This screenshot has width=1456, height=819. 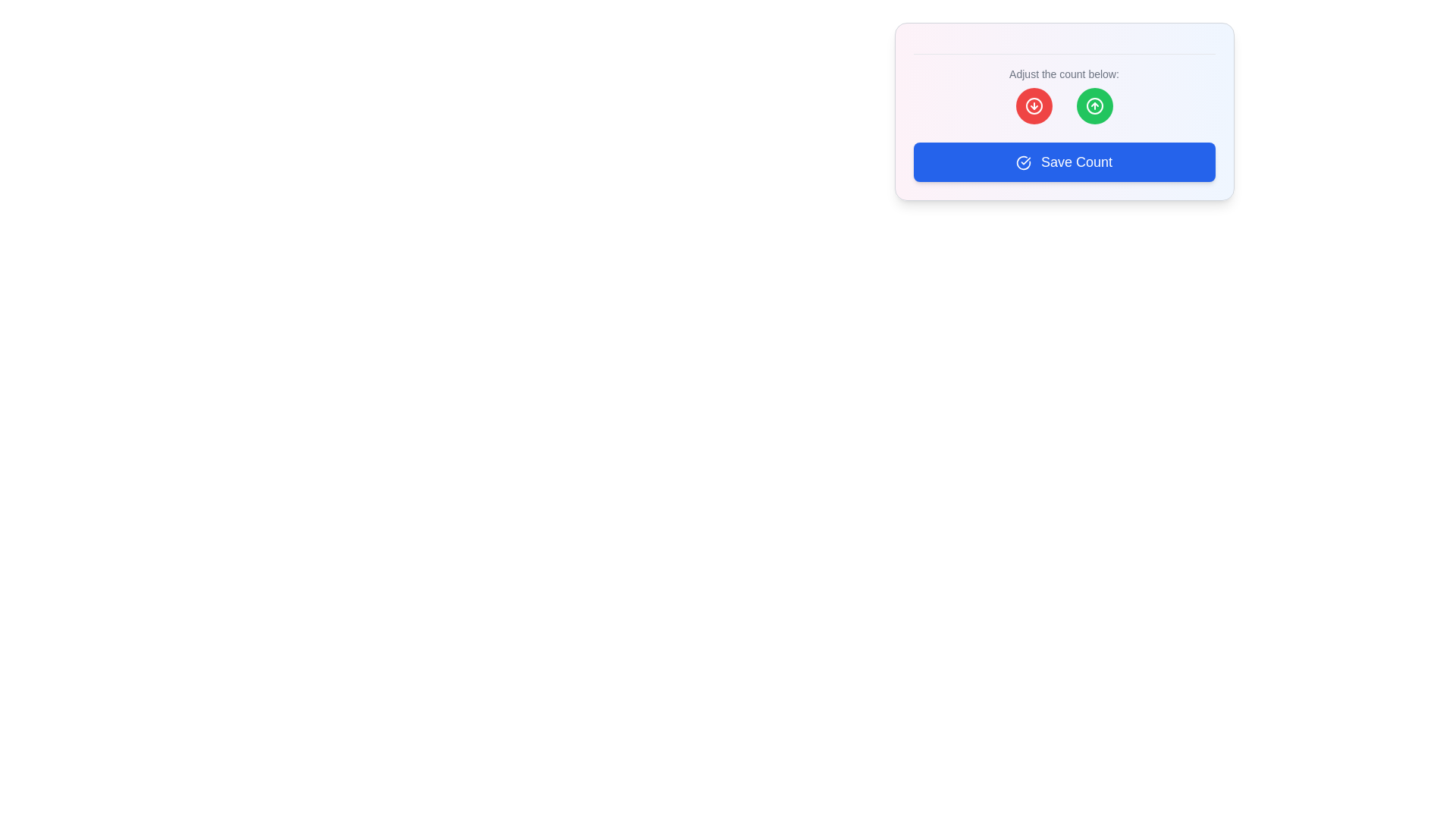 I want to click on the left button in the red and green button pair, so click(x=1033, y=105).